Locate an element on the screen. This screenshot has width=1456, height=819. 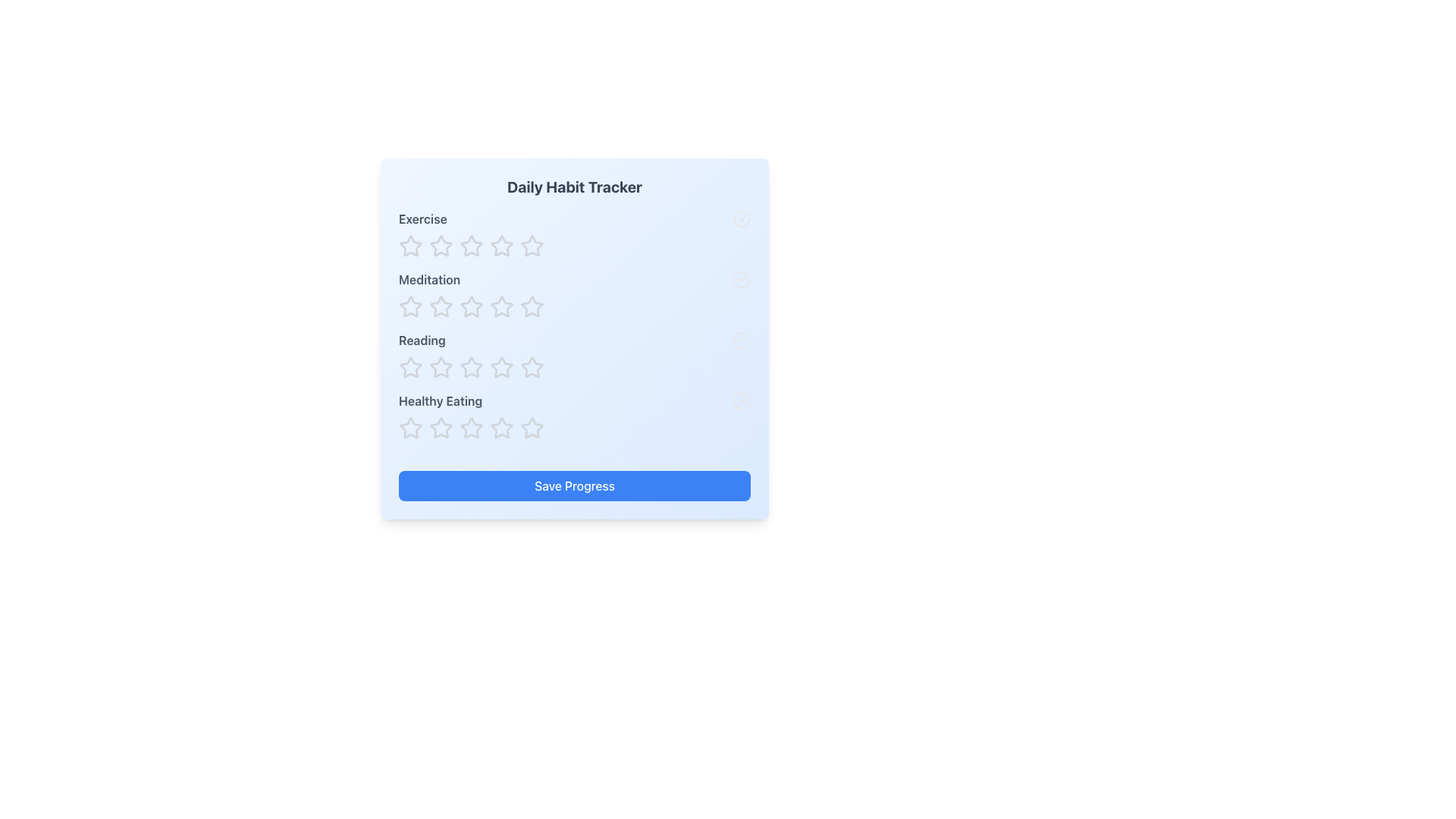
the first star icon in the rating system for the 'Exercise' category is located at coordinates (410, 245).